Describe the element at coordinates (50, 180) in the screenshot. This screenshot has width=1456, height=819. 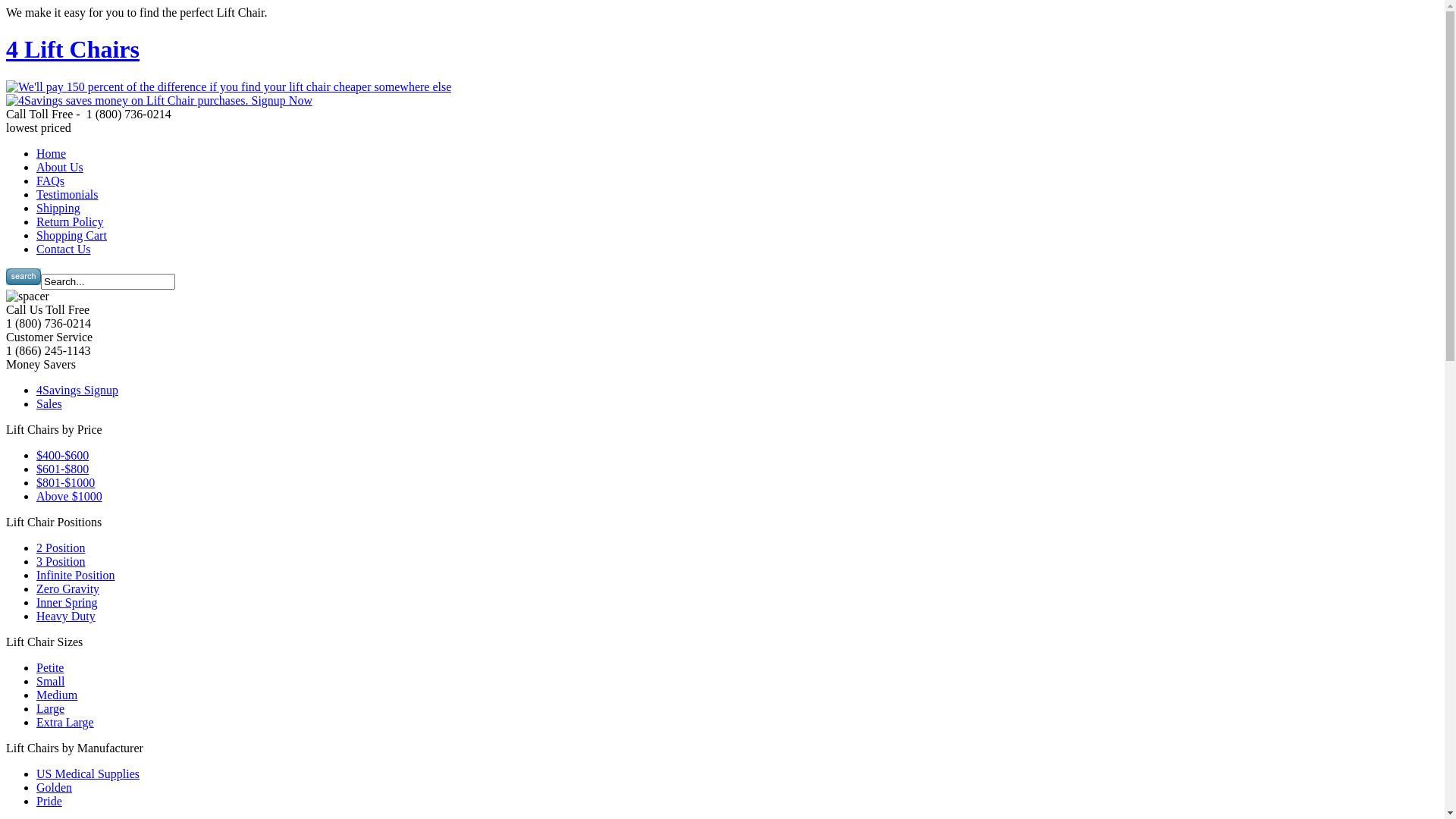
I see `'FAQs'` at that location.